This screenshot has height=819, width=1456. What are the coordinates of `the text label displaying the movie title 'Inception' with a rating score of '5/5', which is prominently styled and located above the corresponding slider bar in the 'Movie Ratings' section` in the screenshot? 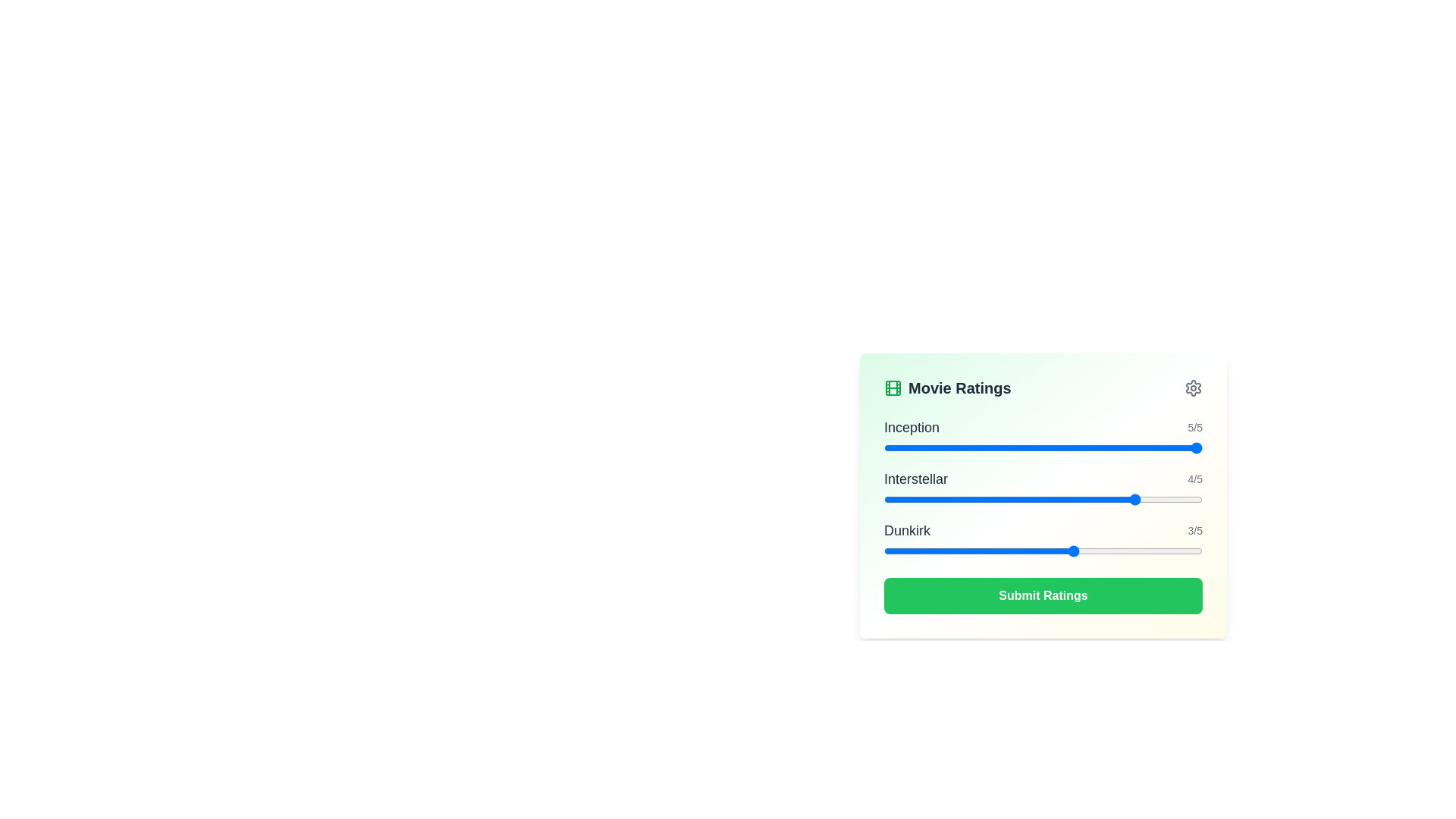 It's located at (1043, 427).